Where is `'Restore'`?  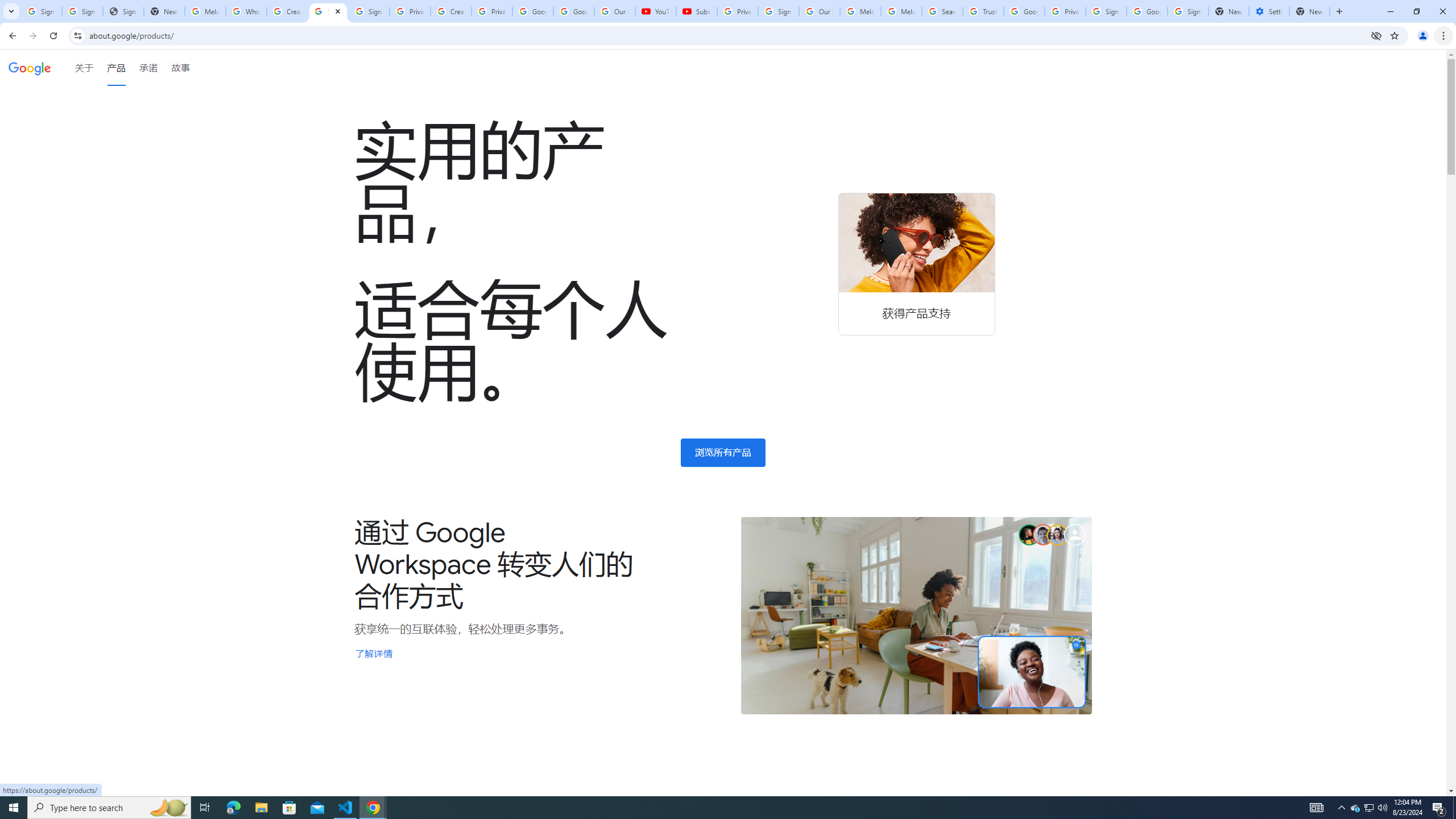
'Restore' is located at coordinates (1416, 11).